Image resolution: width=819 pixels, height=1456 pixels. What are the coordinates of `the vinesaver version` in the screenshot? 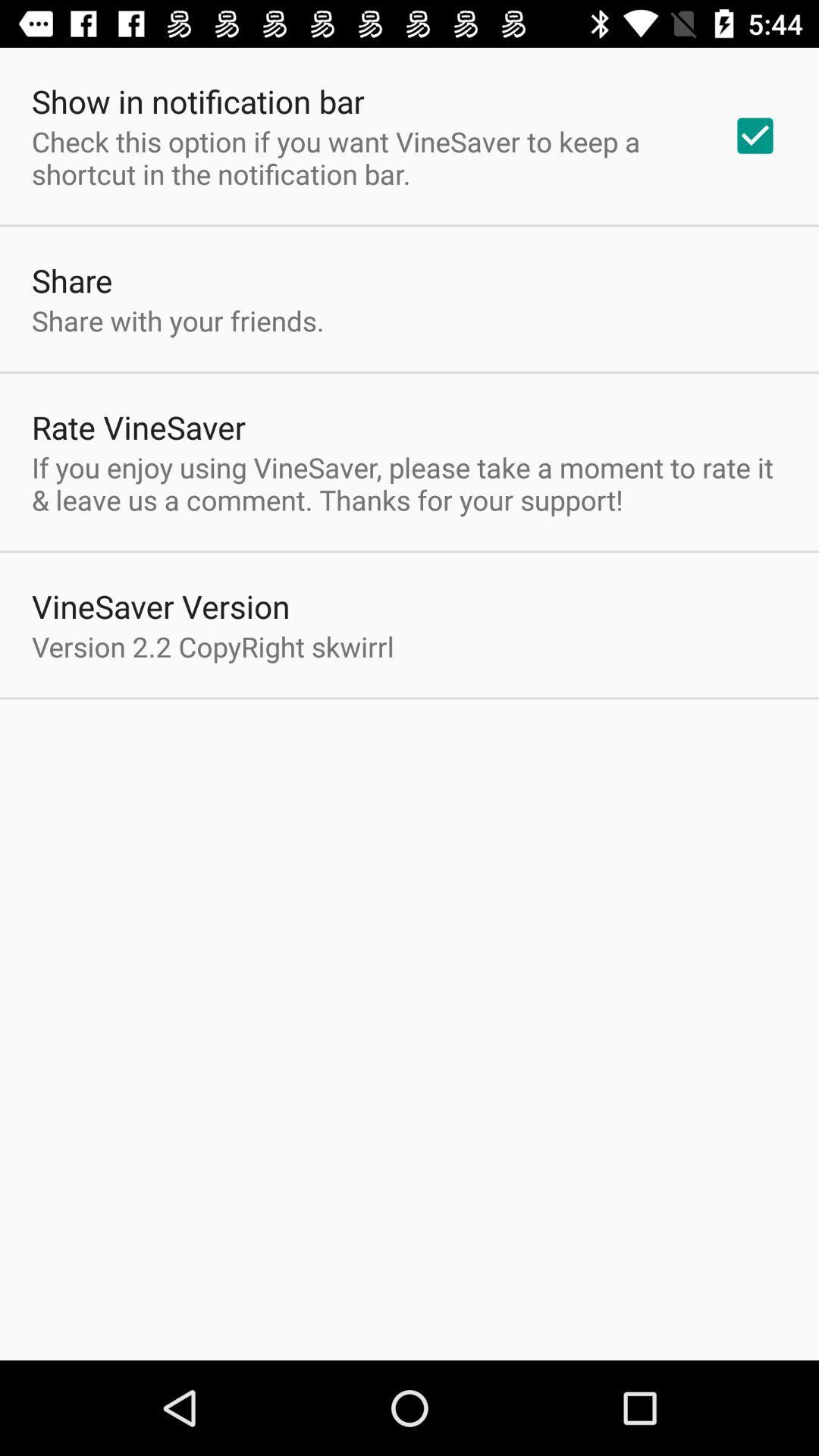 It's located at (161, 605).